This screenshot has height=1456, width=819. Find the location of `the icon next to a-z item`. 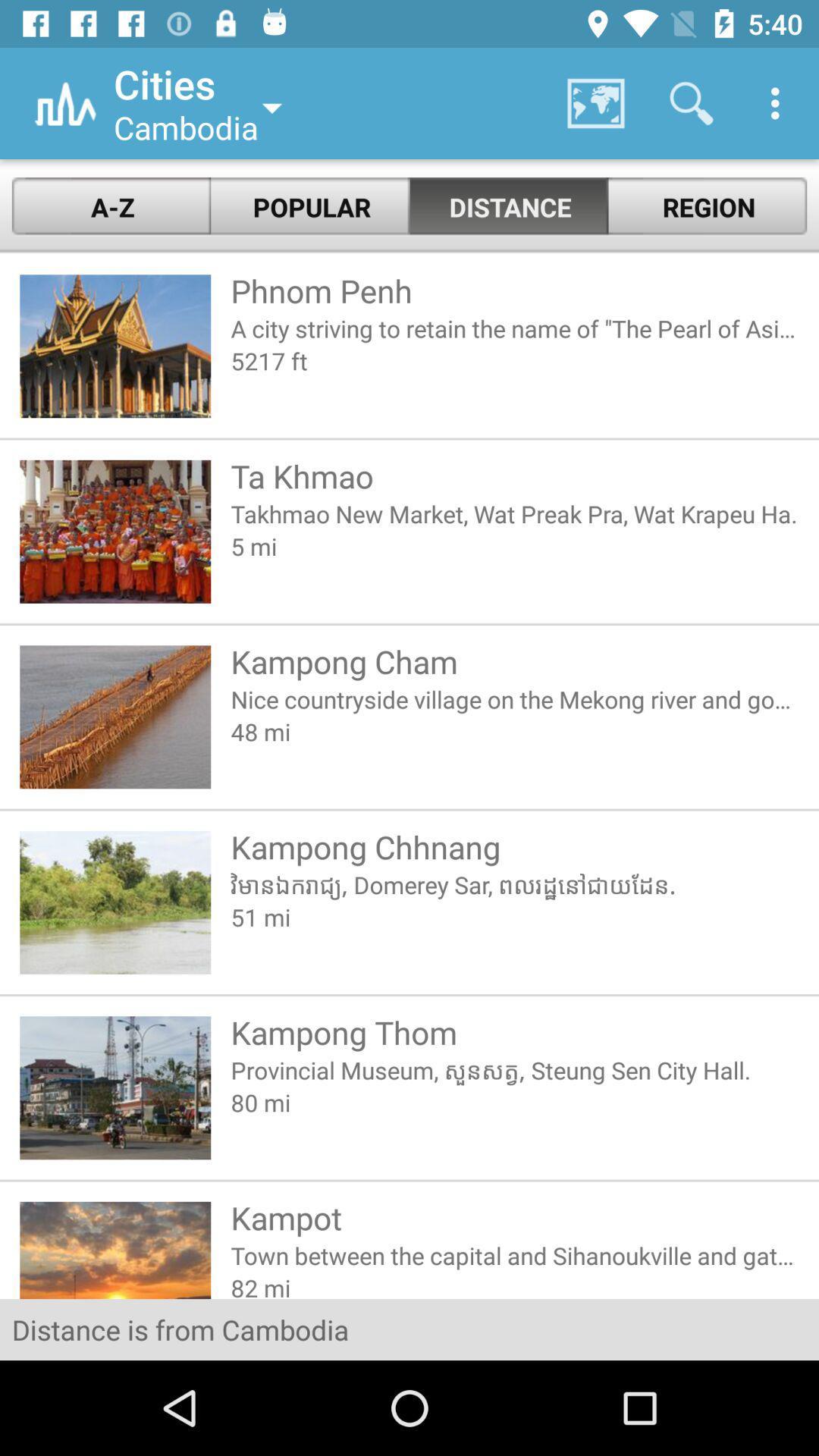

the icon next to a-z item is located at coordinates (309, 206).